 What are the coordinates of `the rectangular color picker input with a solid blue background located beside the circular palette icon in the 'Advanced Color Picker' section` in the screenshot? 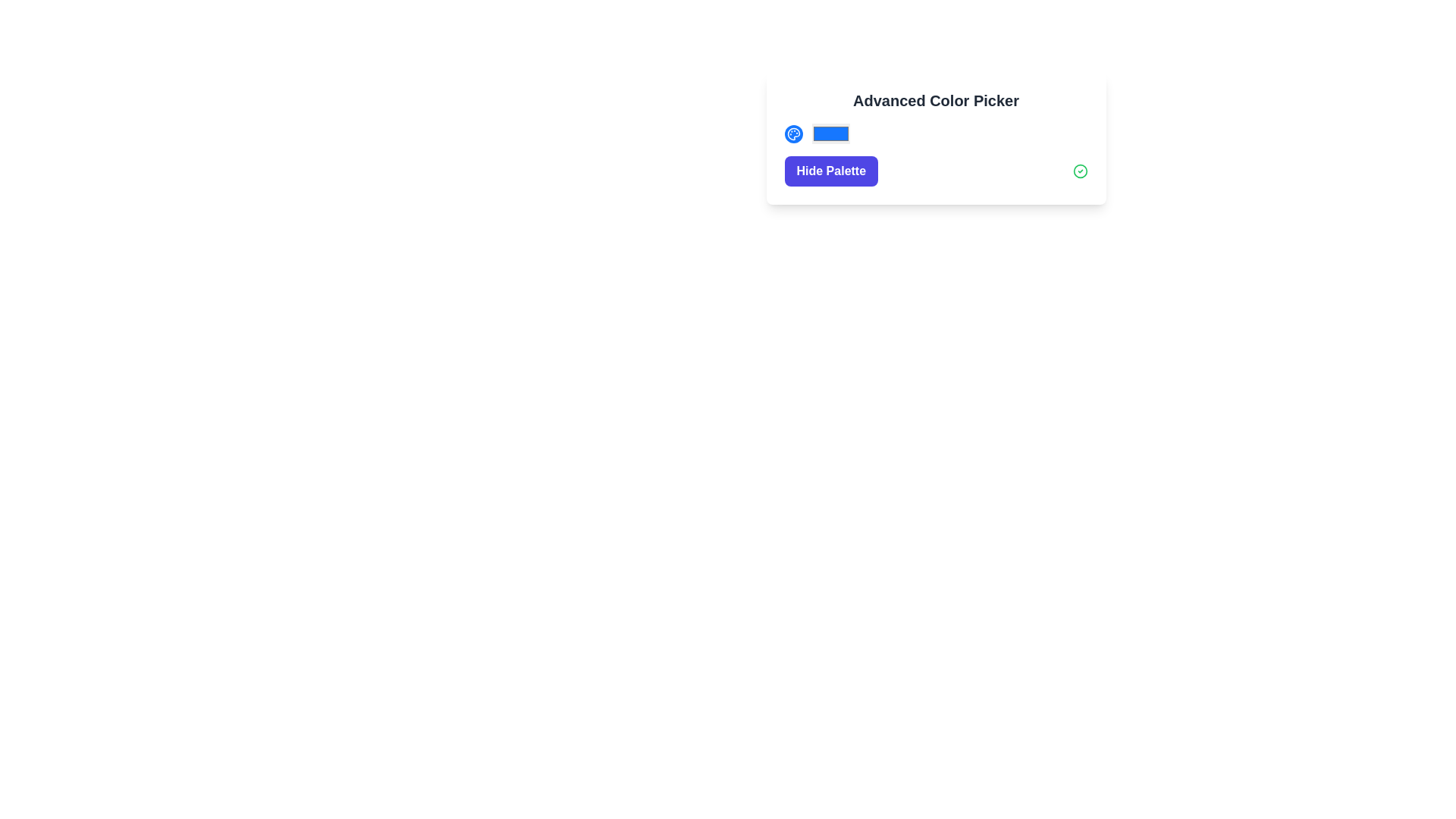 It's located at (830, 133).